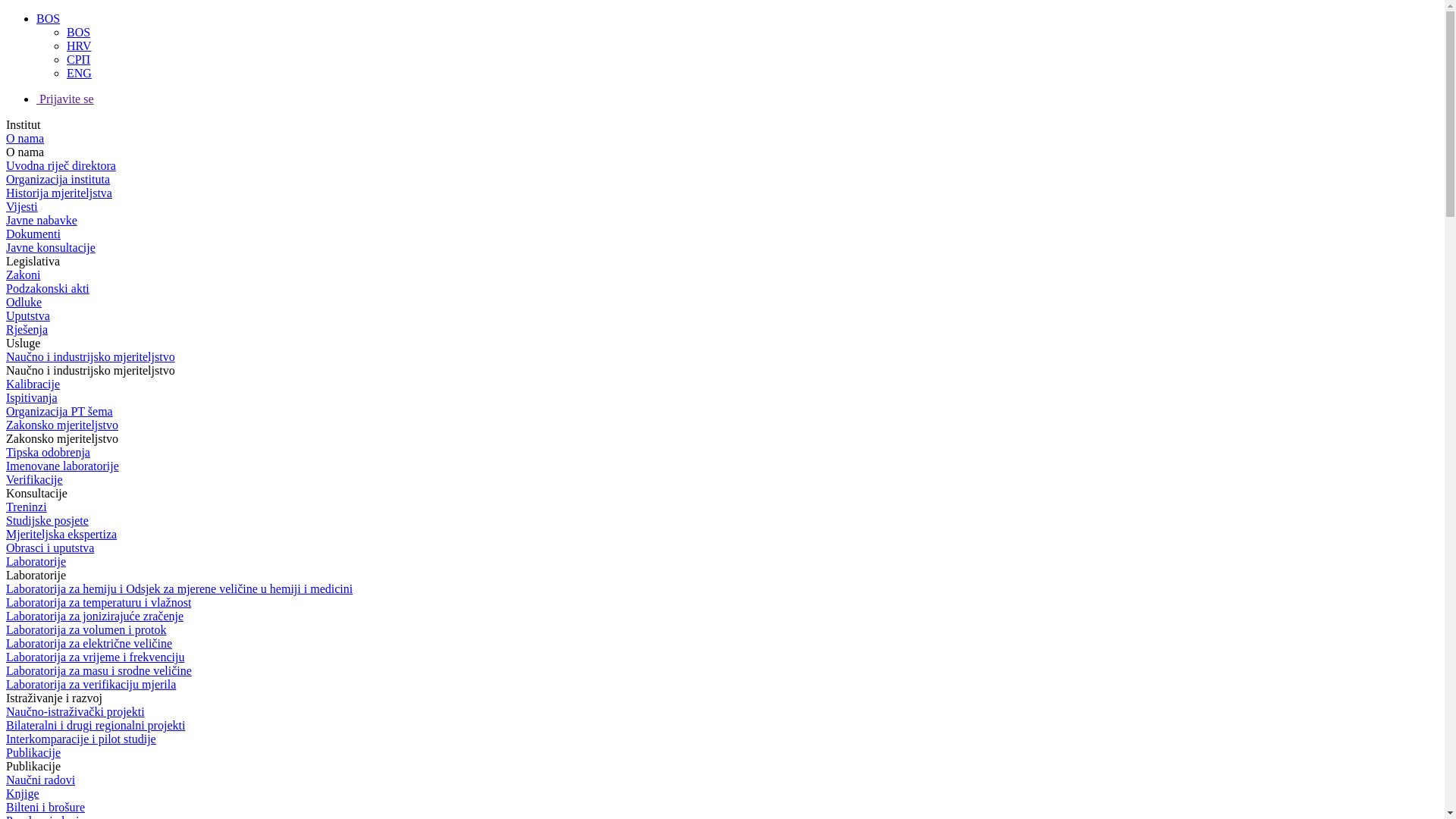  What do you see at coordinates (61, 425) in the screenshot?
I see `'Zakonsko mjeriteljstvo'` at bounding box center [61, 425].